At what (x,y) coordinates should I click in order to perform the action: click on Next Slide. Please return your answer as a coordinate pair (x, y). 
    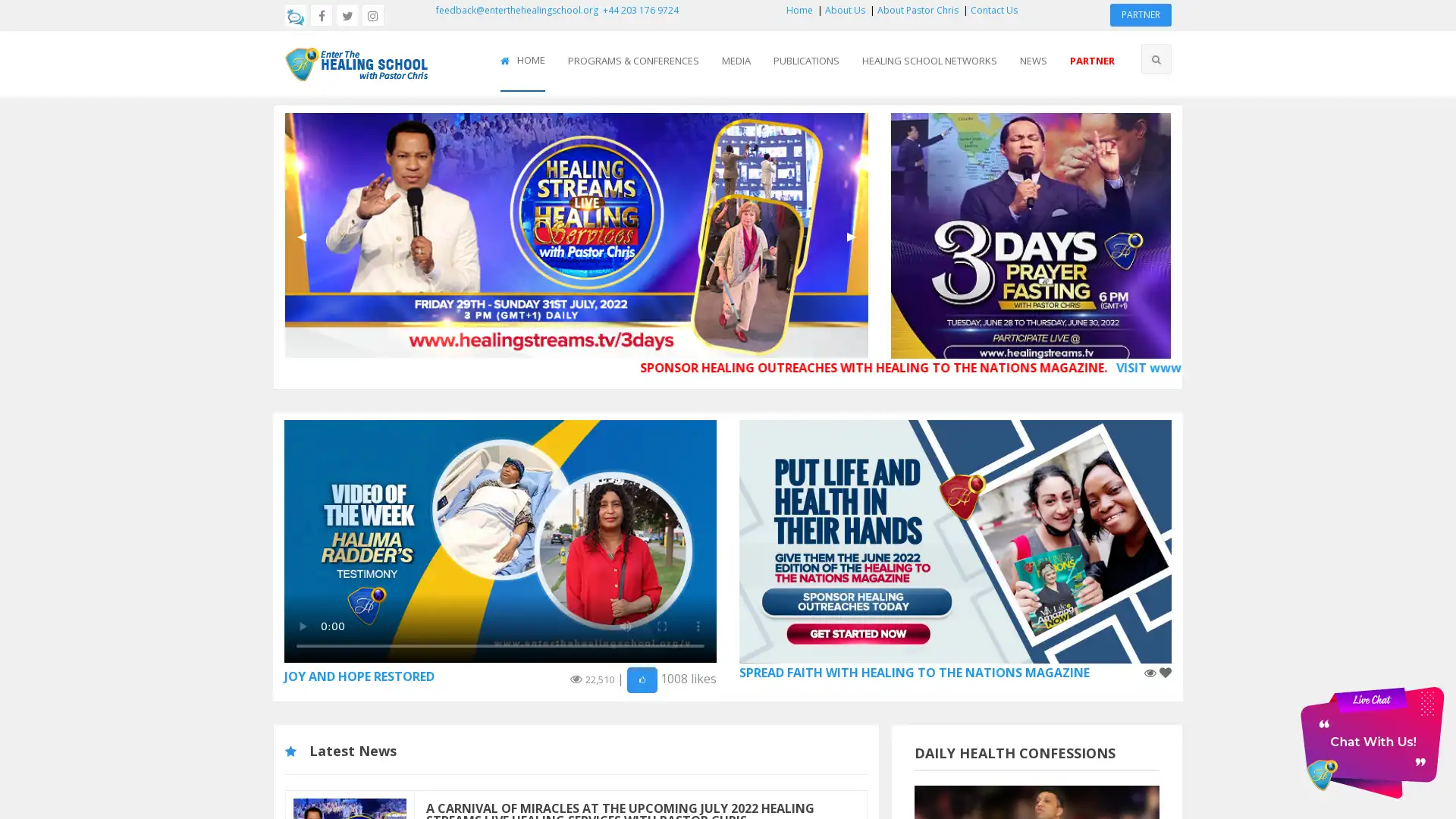
    Looking at the image, I should click on (851, 236).